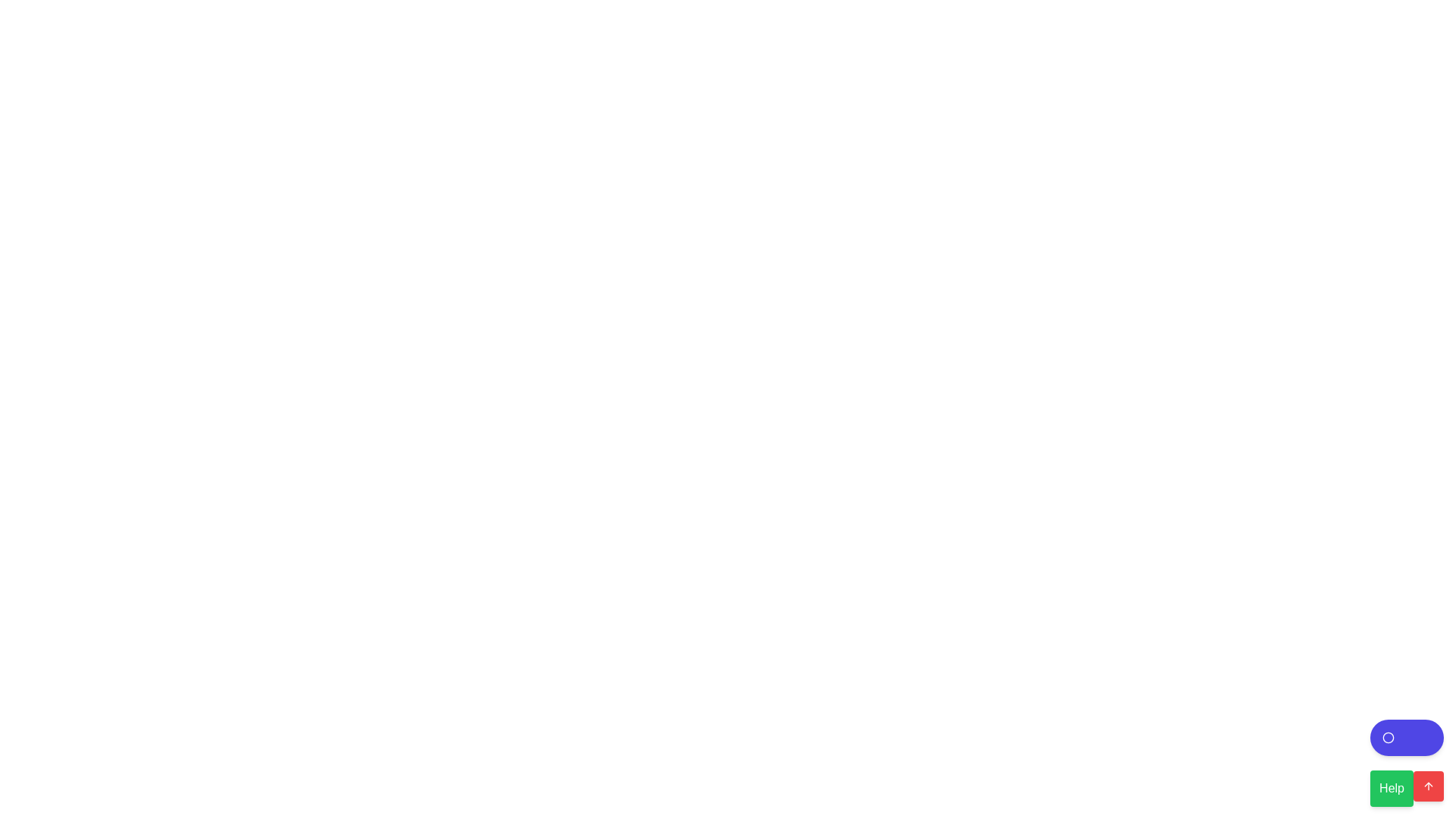 This screenshot has width=1456, height=819. Describe the element at coordinates (1406, 763) in the screenshot. I see `the green 'Help' button located below the blue circular button and to the left of the red upward-arrow button` at that location.